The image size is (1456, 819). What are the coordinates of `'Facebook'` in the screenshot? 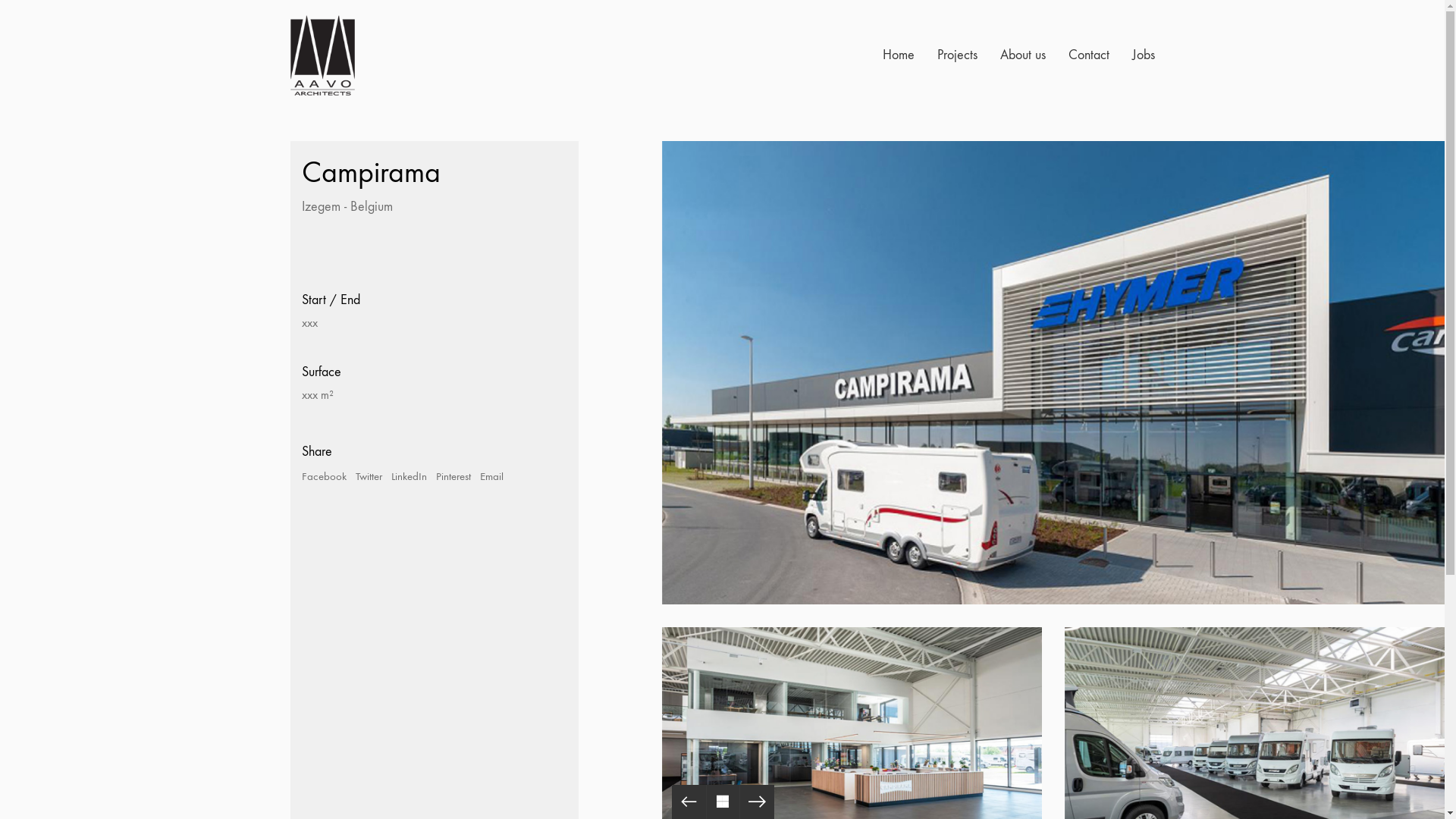 It's located at (323, 475).